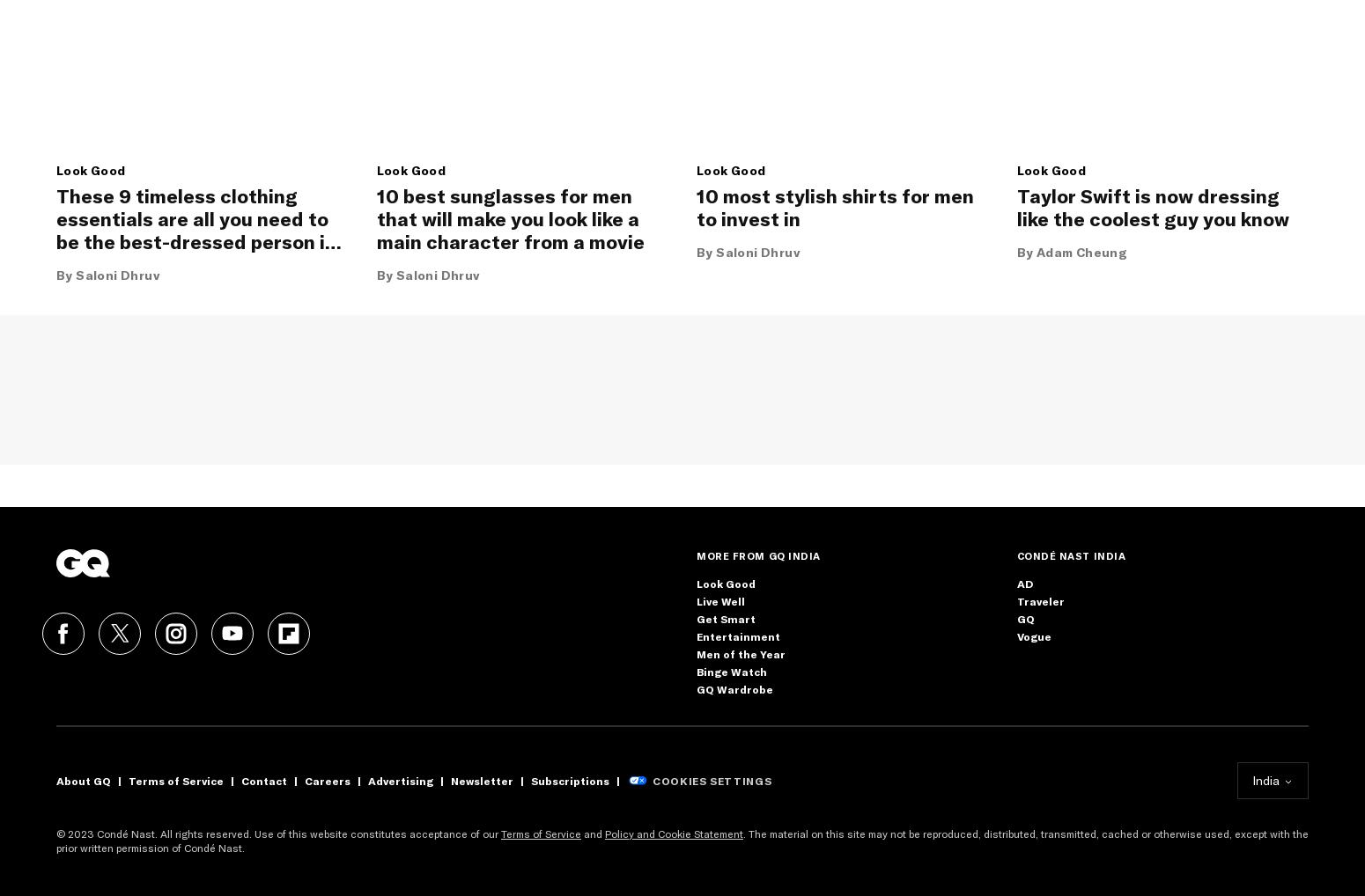 This screenshot has width=1365, height=896. Describe the element at coordinates (1022, 582) in the screenshot. I see `'AD'` at that location.